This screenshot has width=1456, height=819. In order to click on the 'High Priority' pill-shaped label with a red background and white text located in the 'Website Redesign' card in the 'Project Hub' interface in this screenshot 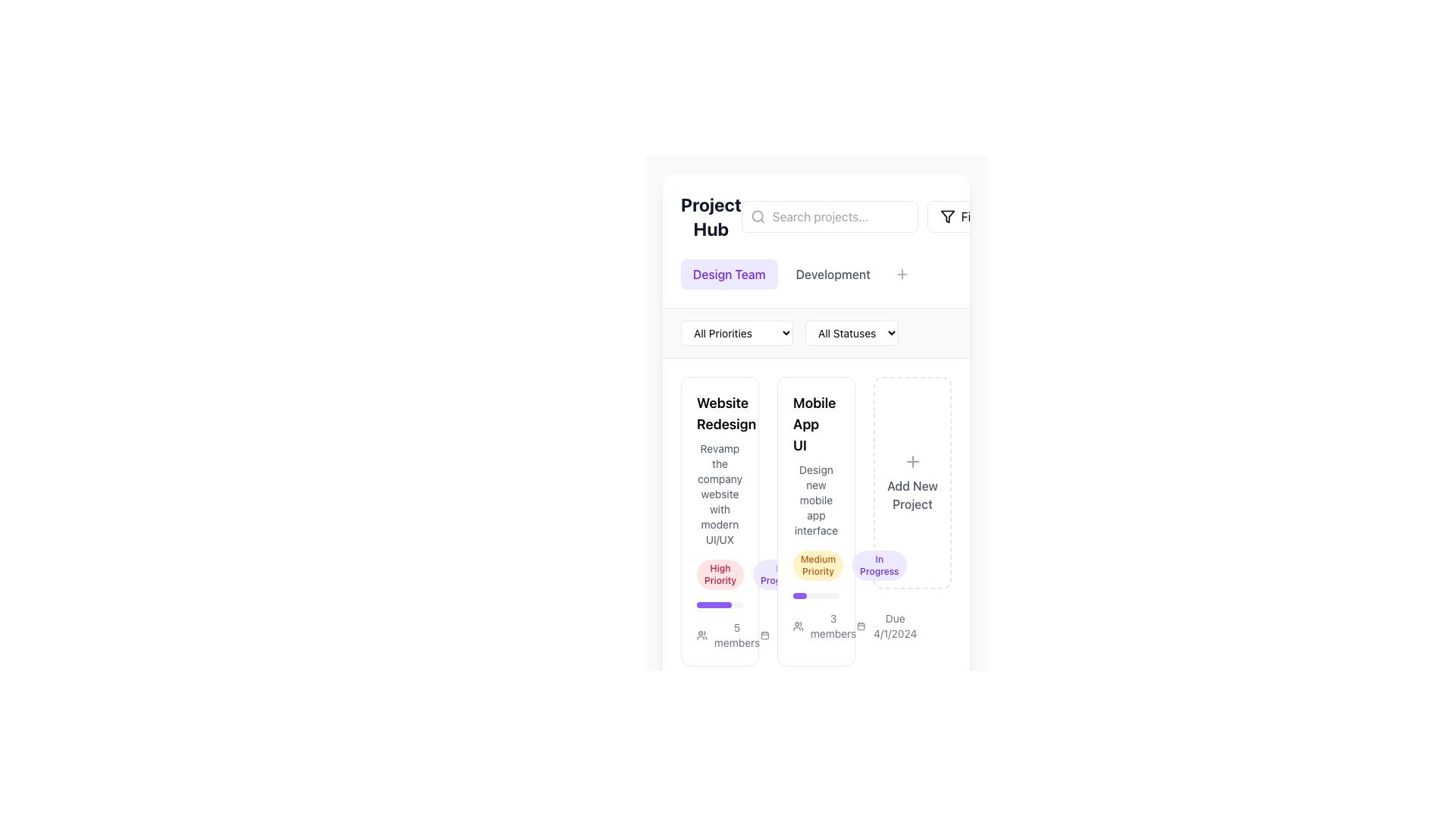, I will do `click(719, 575)`.